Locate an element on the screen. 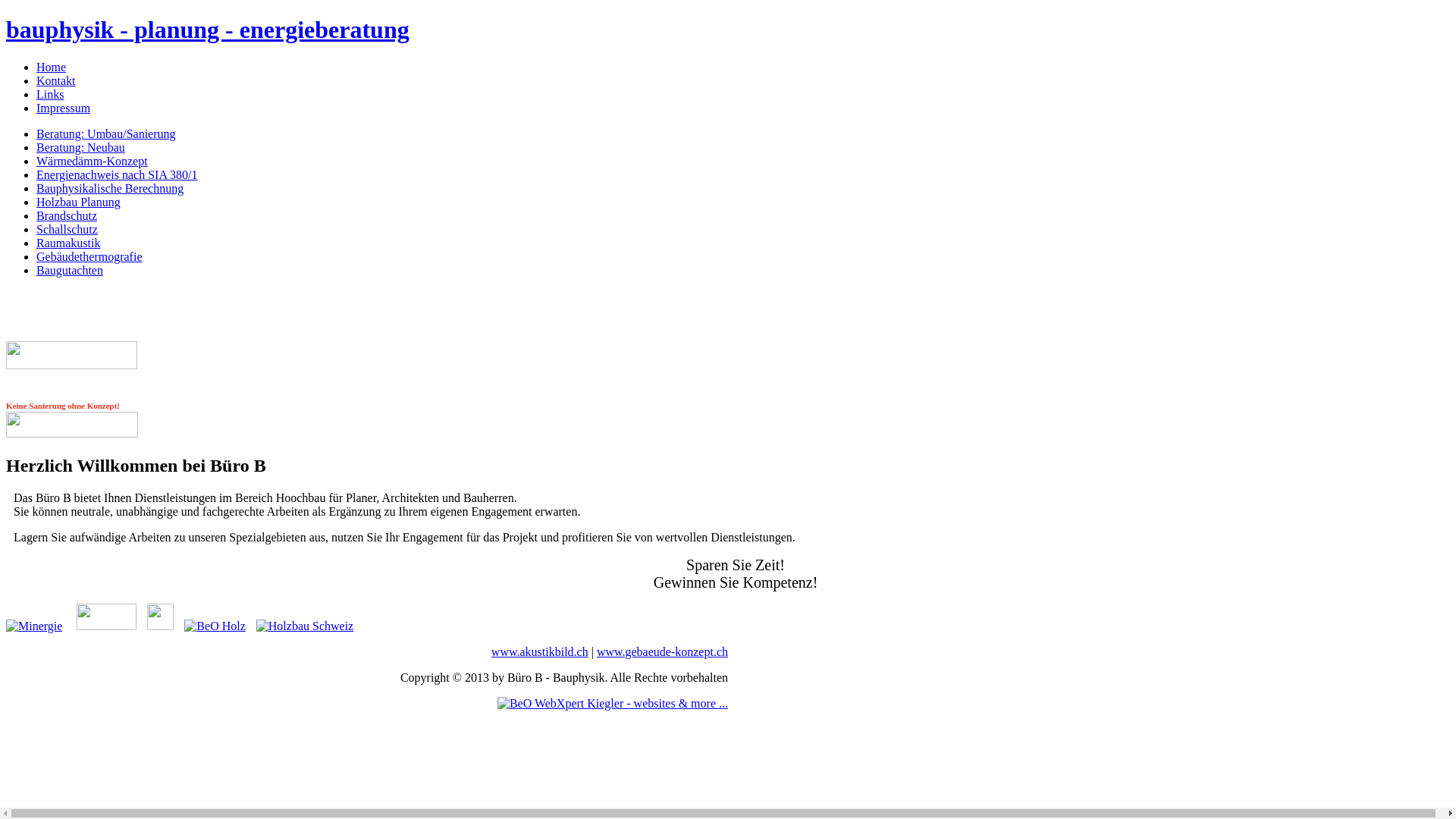 Image resolution: width=1456 pixels, height=819 pixels. 'Holzbau Planung' is located at coordinates (77, 201).